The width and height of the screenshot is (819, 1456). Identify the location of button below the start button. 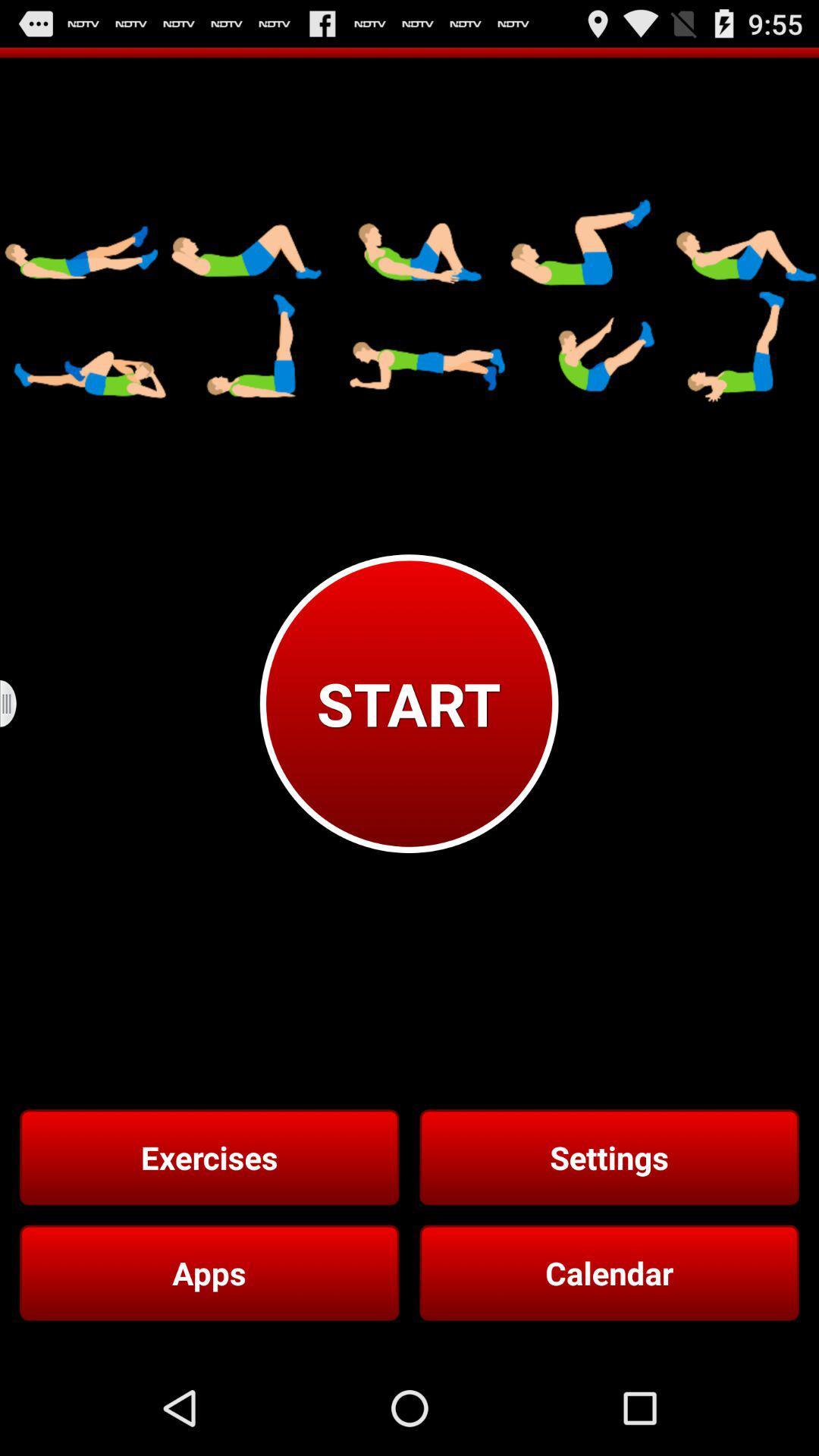
(608, 1156).